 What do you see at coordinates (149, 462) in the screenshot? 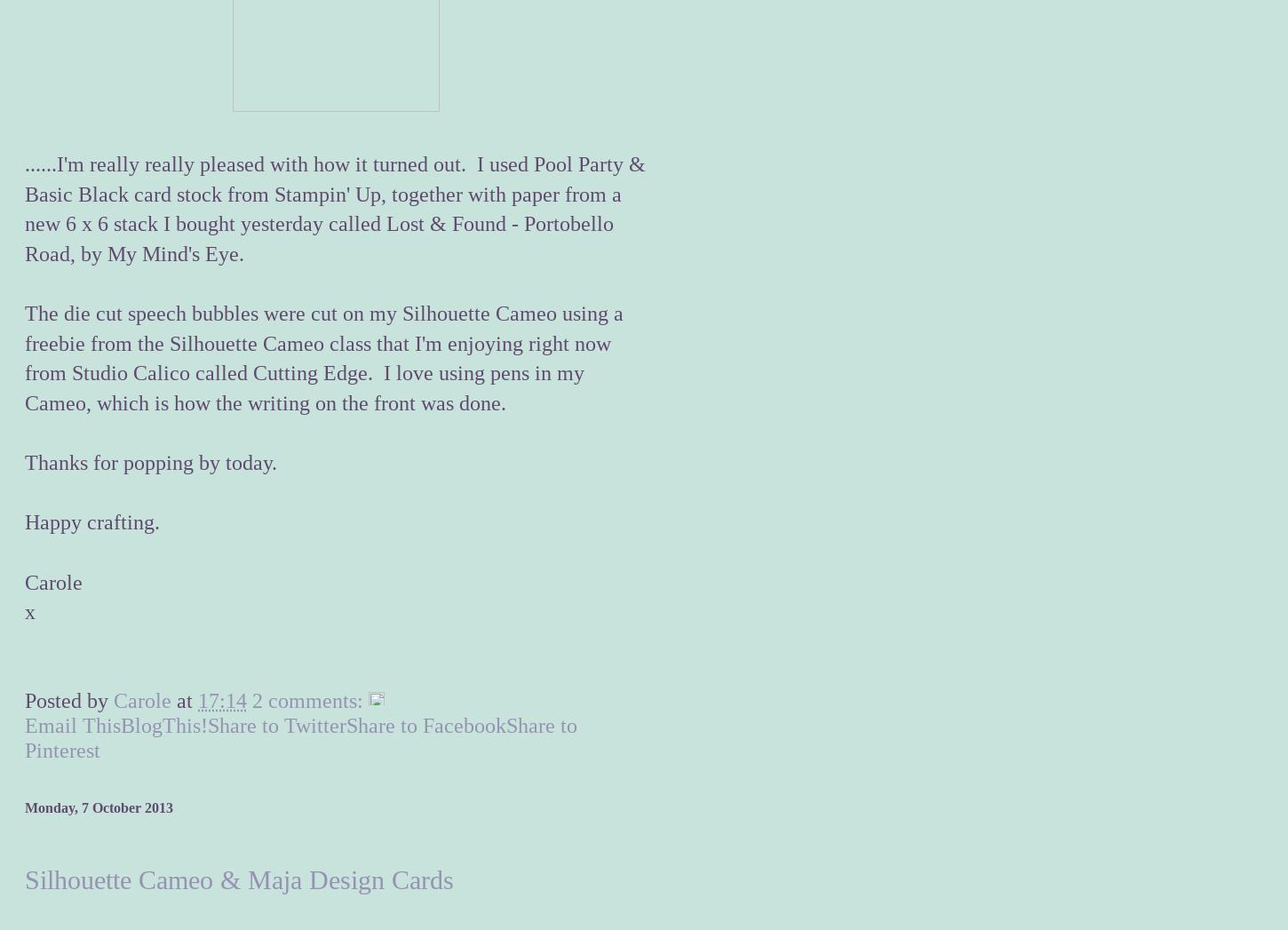
I see `'Thanks for popping by today.'` at bounding box center [149, 462].